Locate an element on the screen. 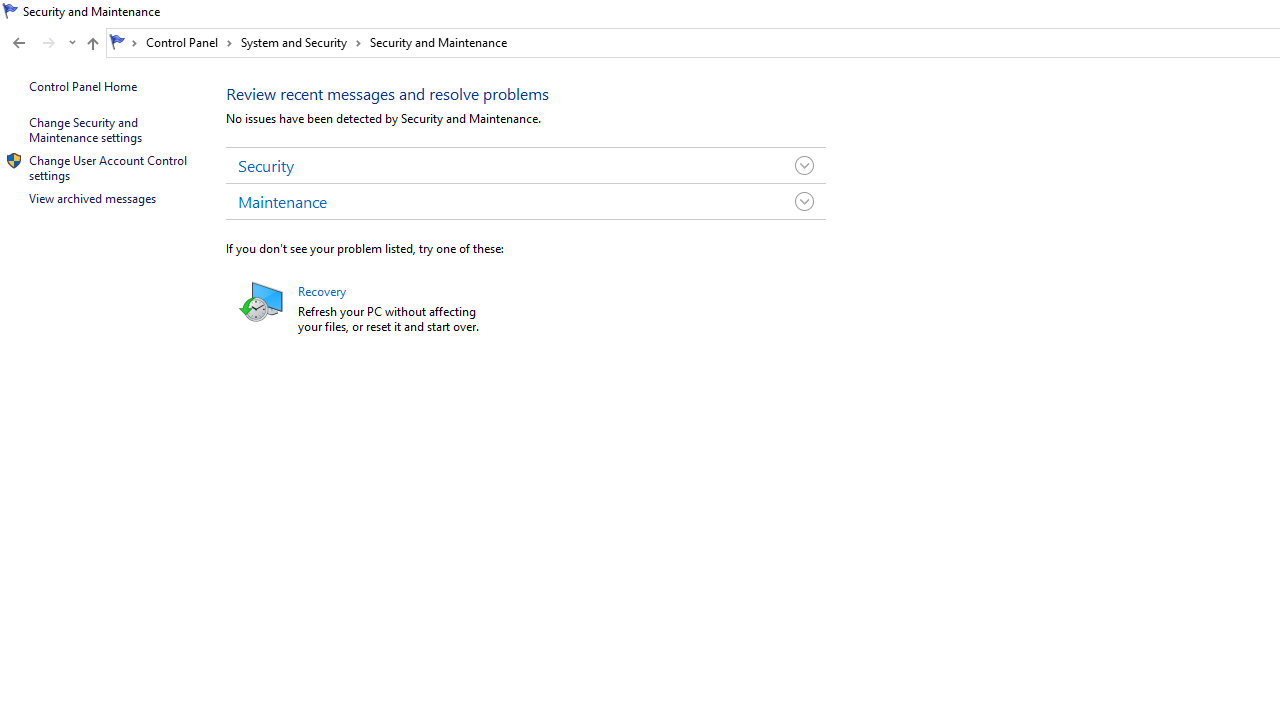  'Up to "System and Security" (Alt + Up Arrow)' is located at coordinates (91, 43).